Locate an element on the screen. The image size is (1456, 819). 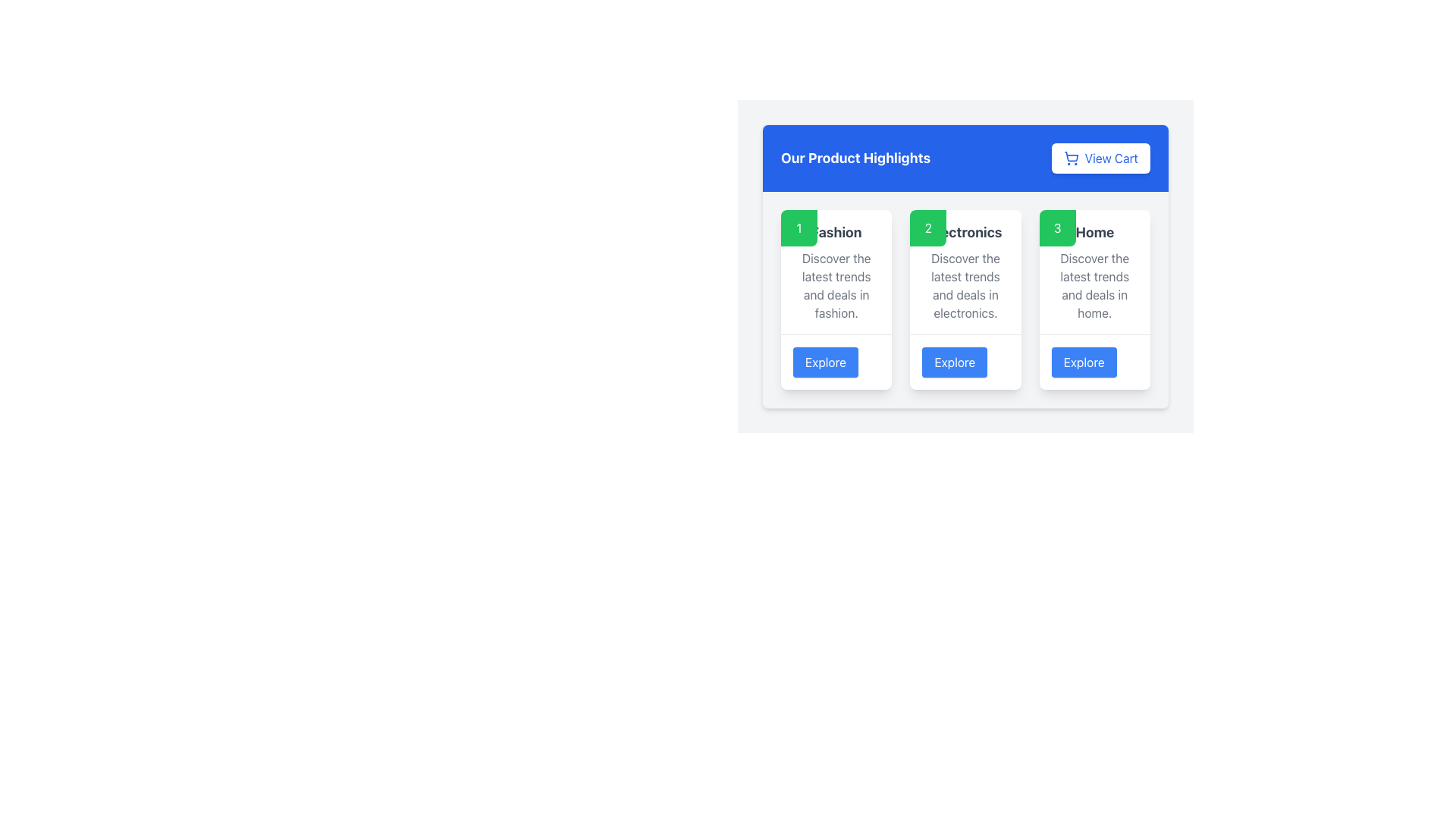
the text element providing descriptive information about electronics, located in the middle card of the three-card layout under 'Our Product Highlights', below 'Electronics', and above the 'Explore' button is located at coordinates (965, 286).